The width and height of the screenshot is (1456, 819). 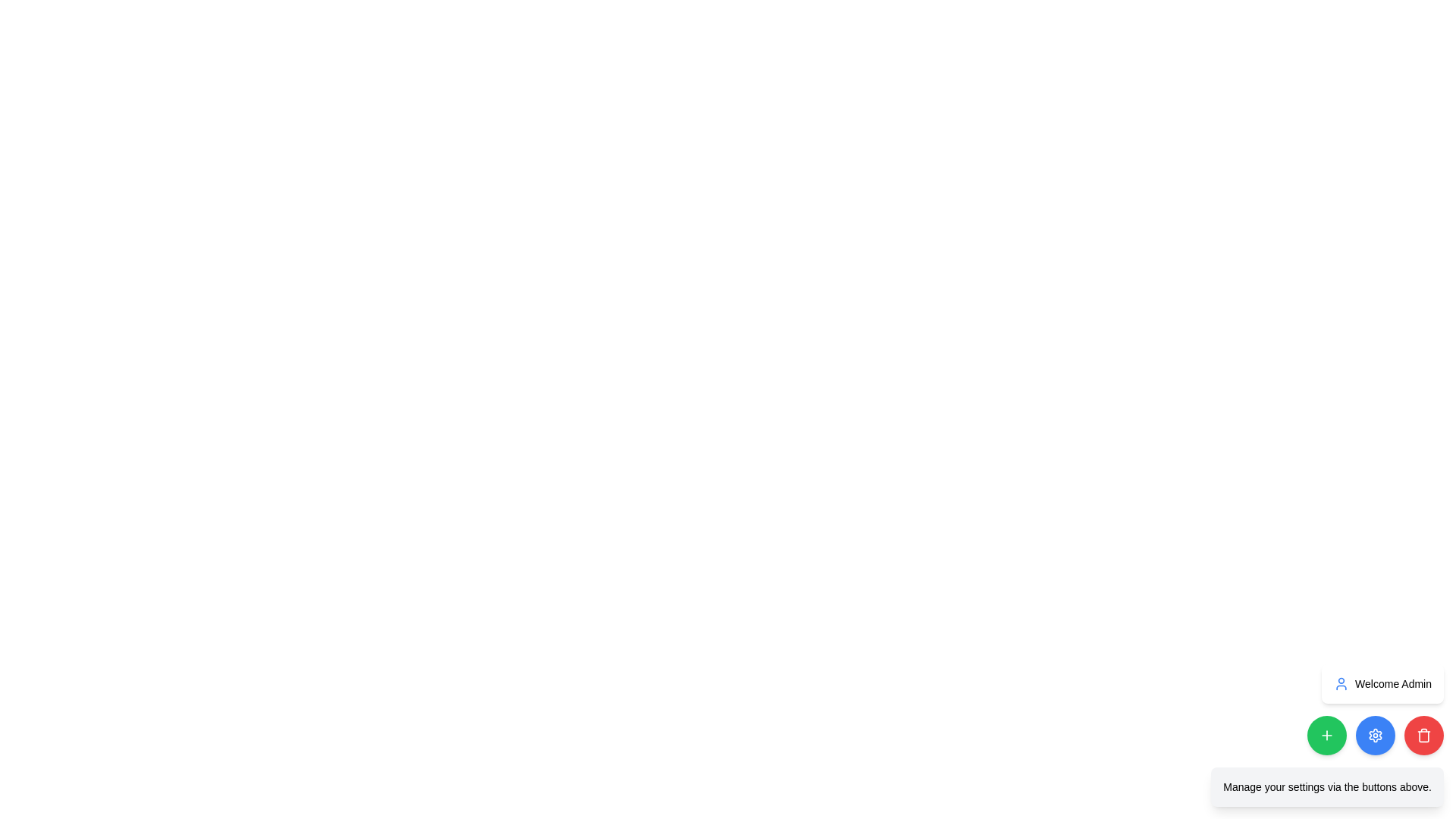 I want to click on the circular green icon with a white plus sign, so click(x=1326, y=734).